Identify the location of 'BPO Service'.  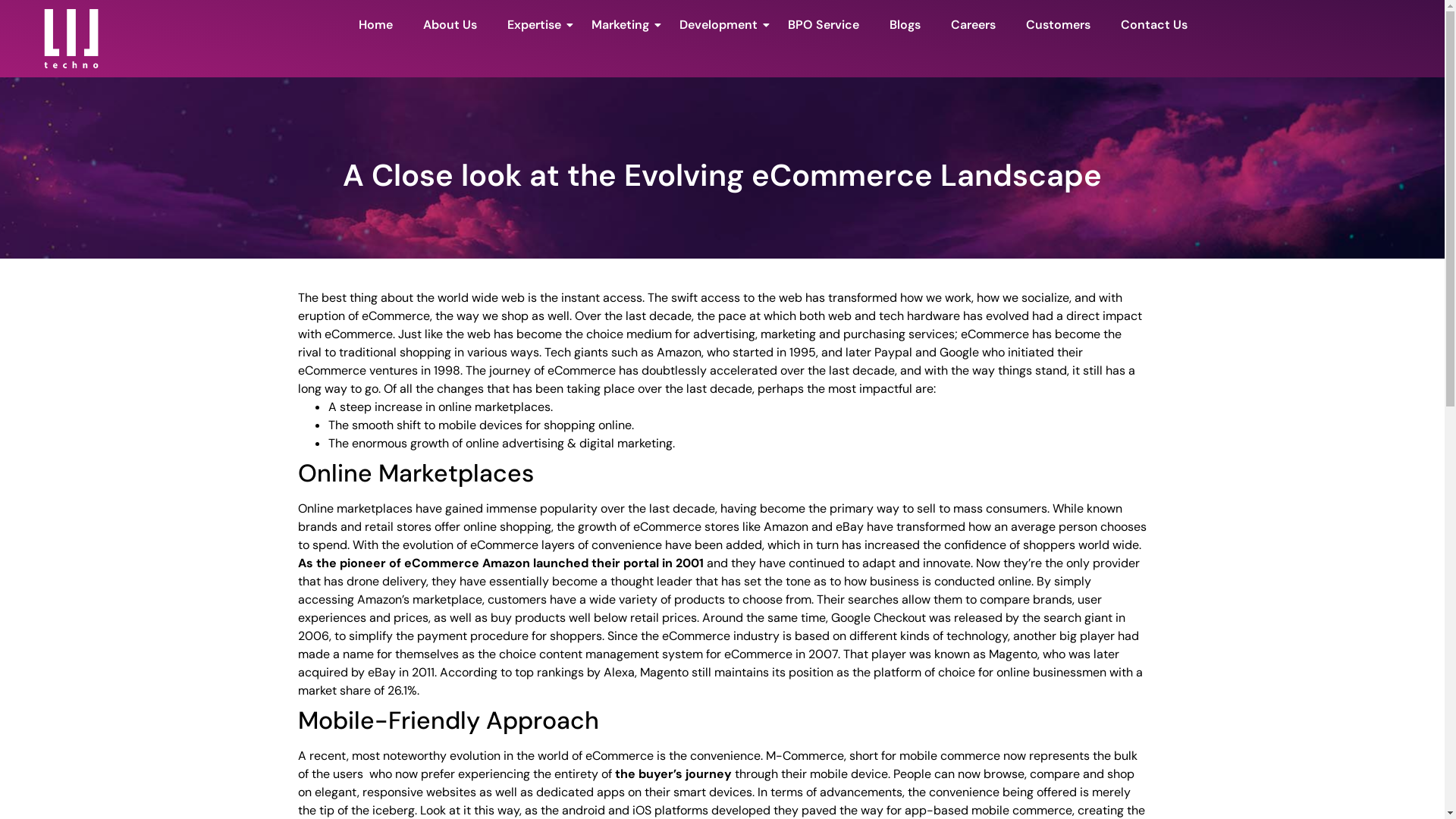
(822, 26).